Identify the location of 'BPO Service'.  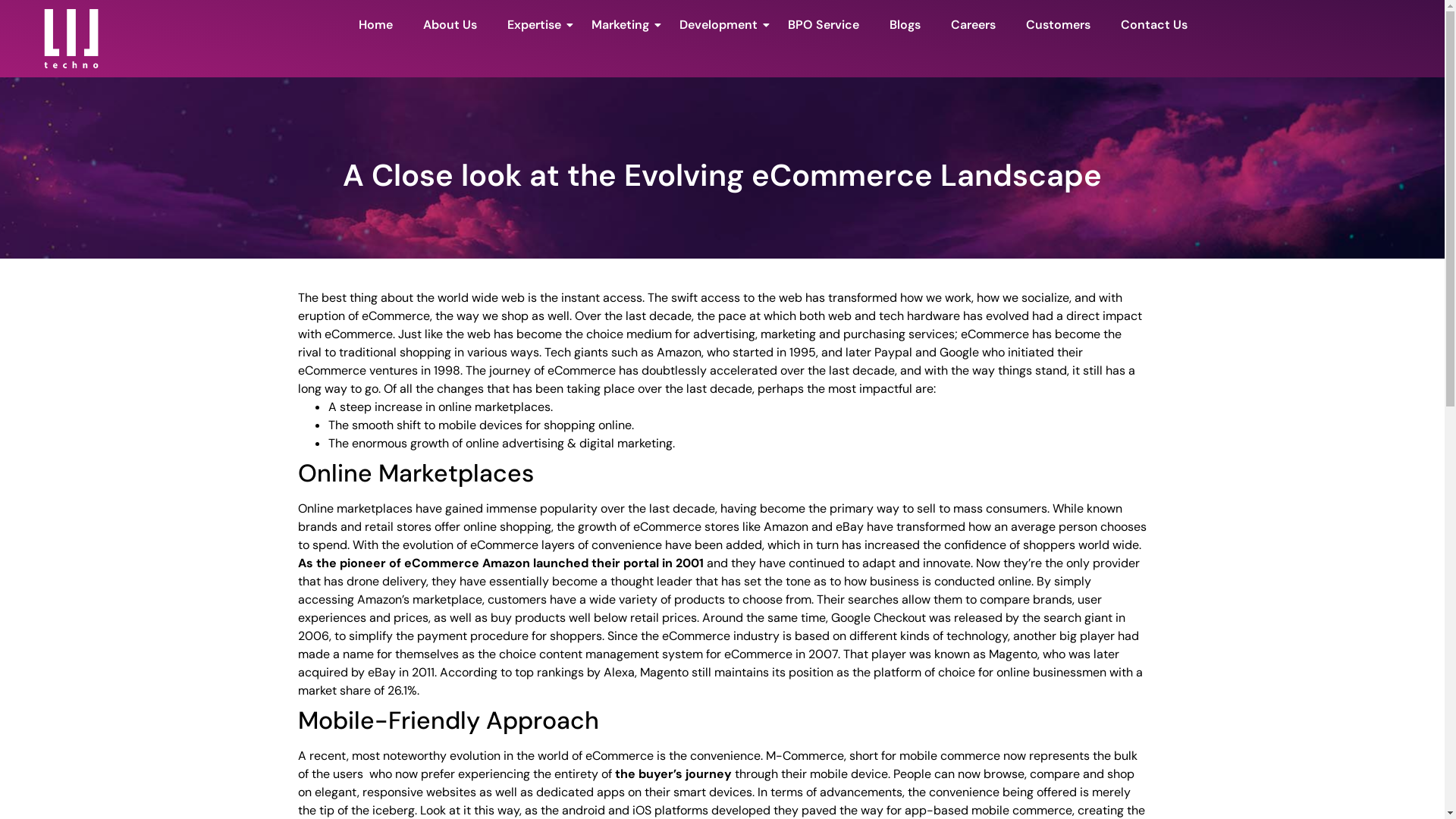
(822, 26).